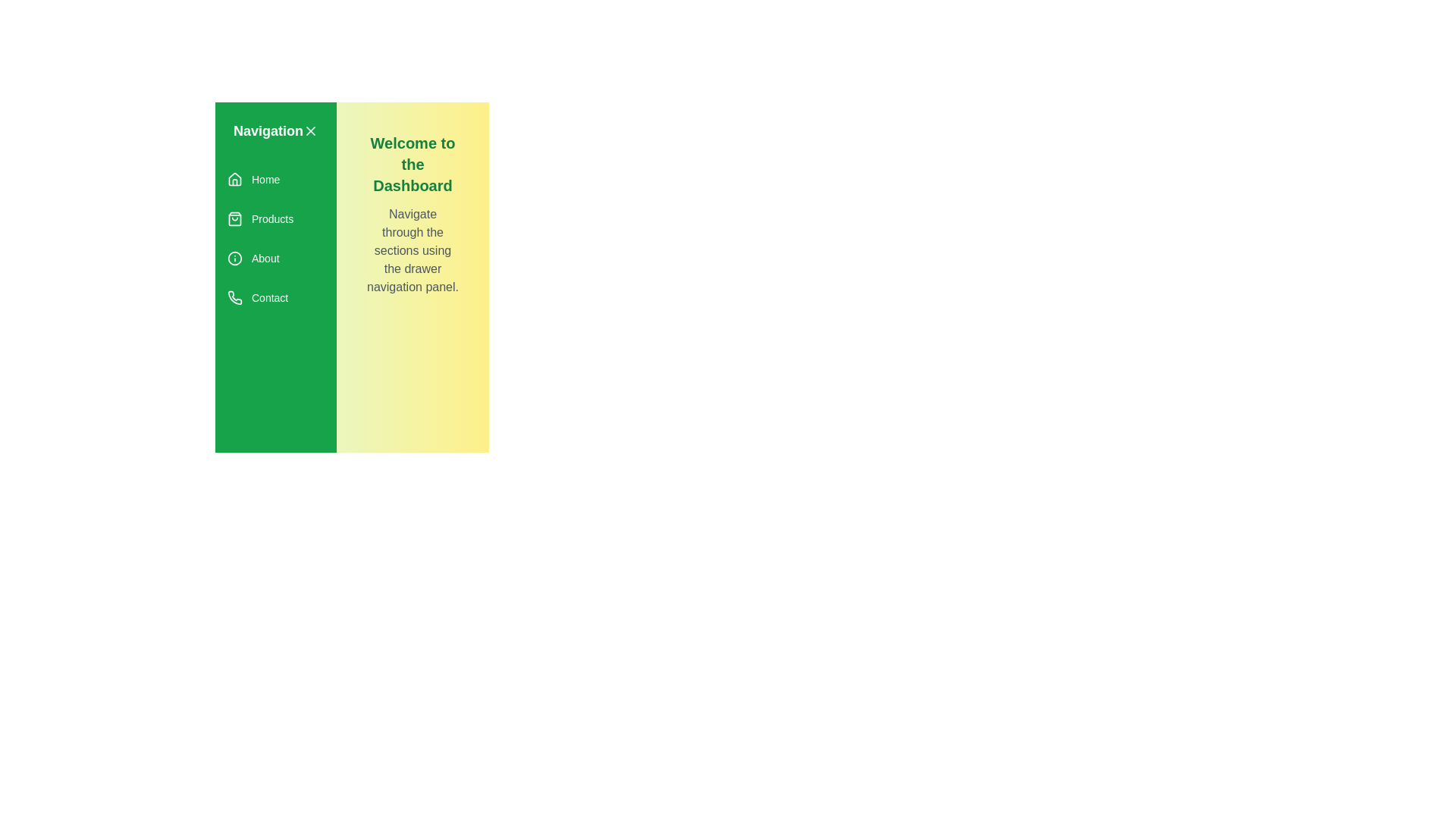  Describe the element at coordinates (276, 178) in the screenshot. I see `the menu item Home to navigate to the corresponding section` at that location.